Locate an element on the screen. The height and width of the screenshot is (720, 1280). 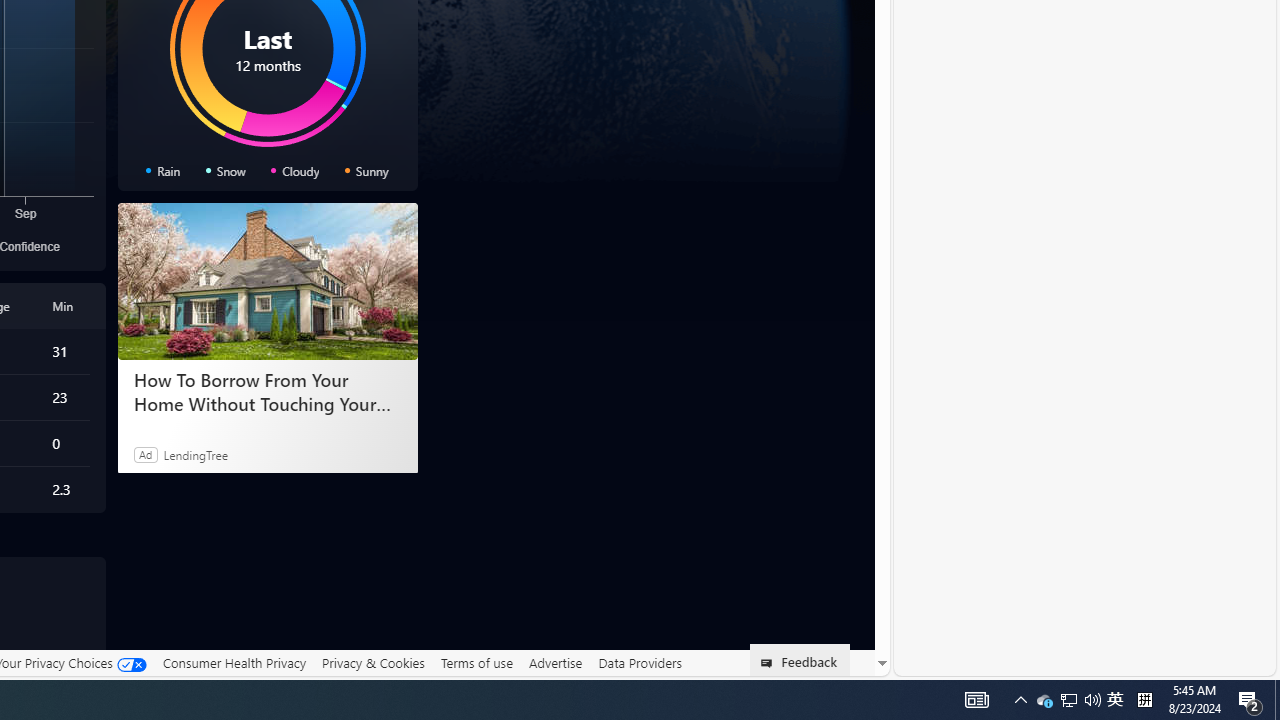
'Class: feedback_link_icon-DS-EntryPoint1-1' is located at coordinates (769, 663).